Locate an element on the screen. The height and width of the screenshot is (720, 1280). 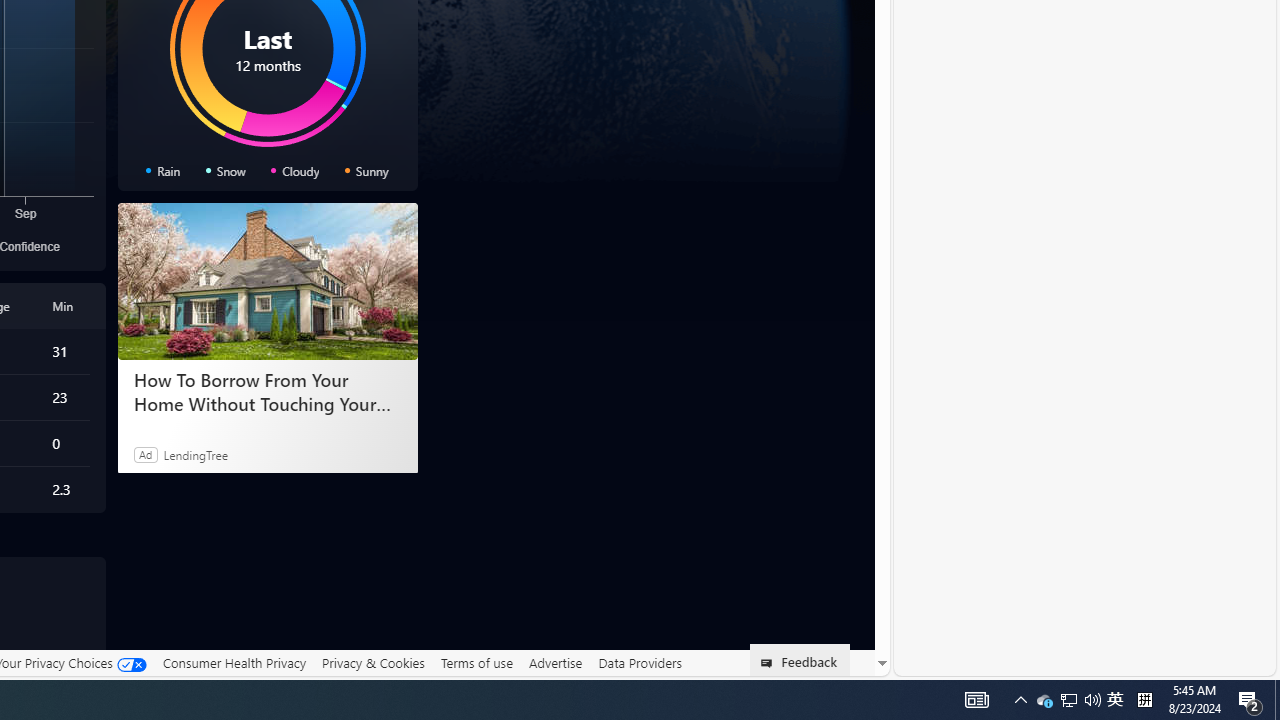
'Class: feedback_link_icon-DS-EntryPoint1-1' is located at coordinates (769, 663).